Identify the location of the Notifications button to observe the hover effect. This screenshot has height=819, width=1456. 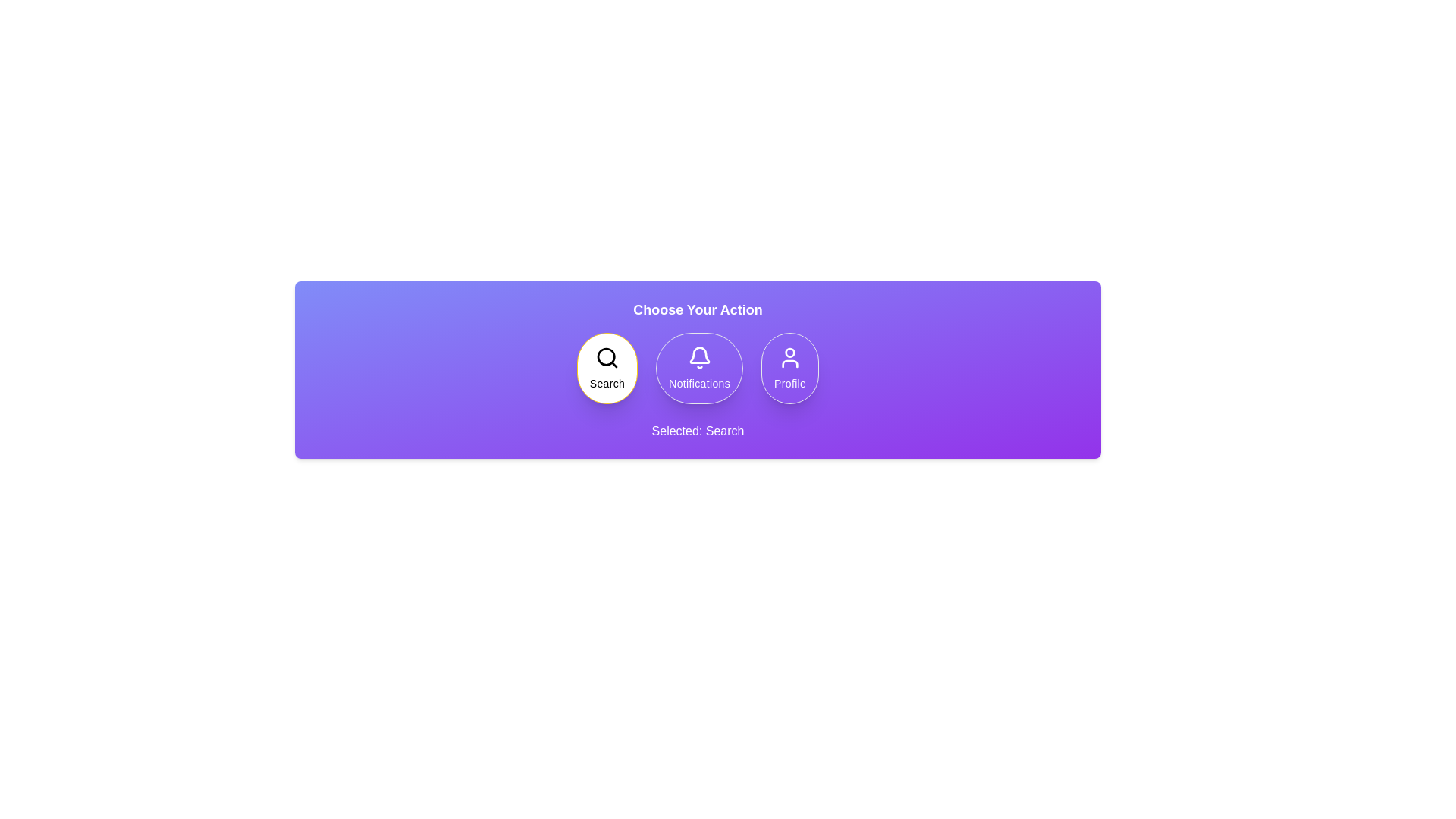
(698, 369).